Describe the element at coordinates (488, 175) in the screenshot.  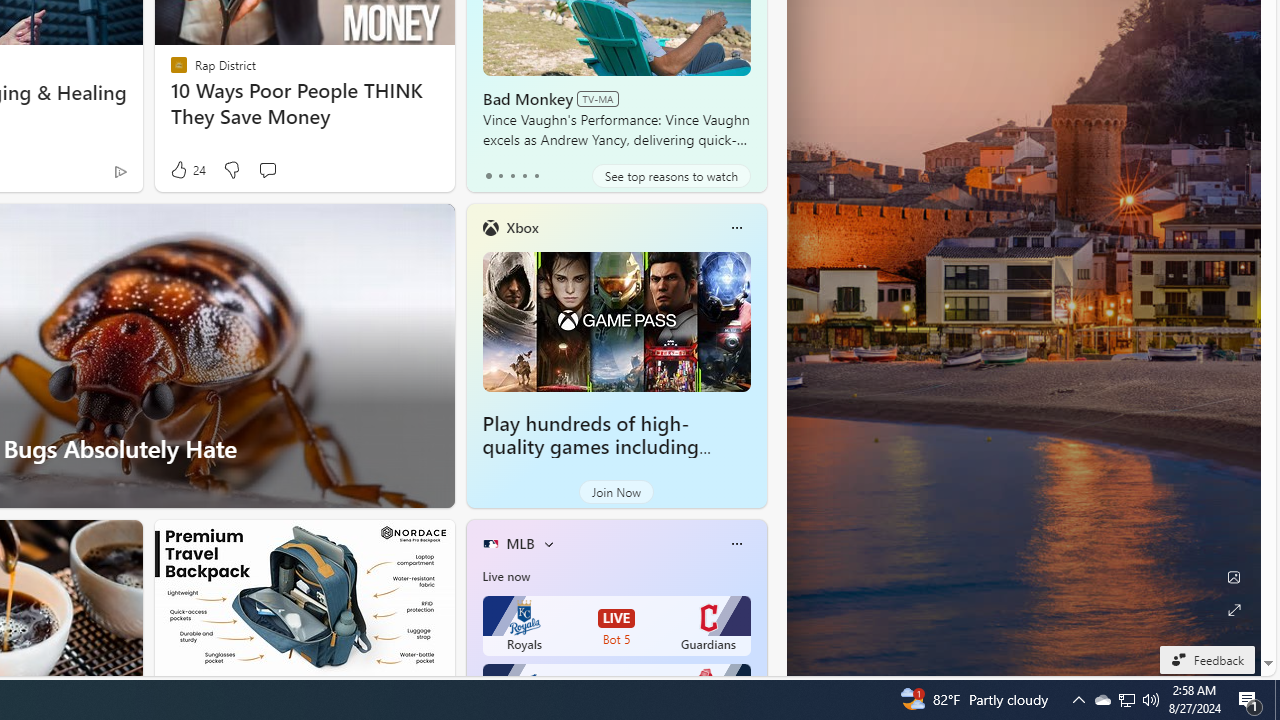
I see `'tab-0'` at that location.